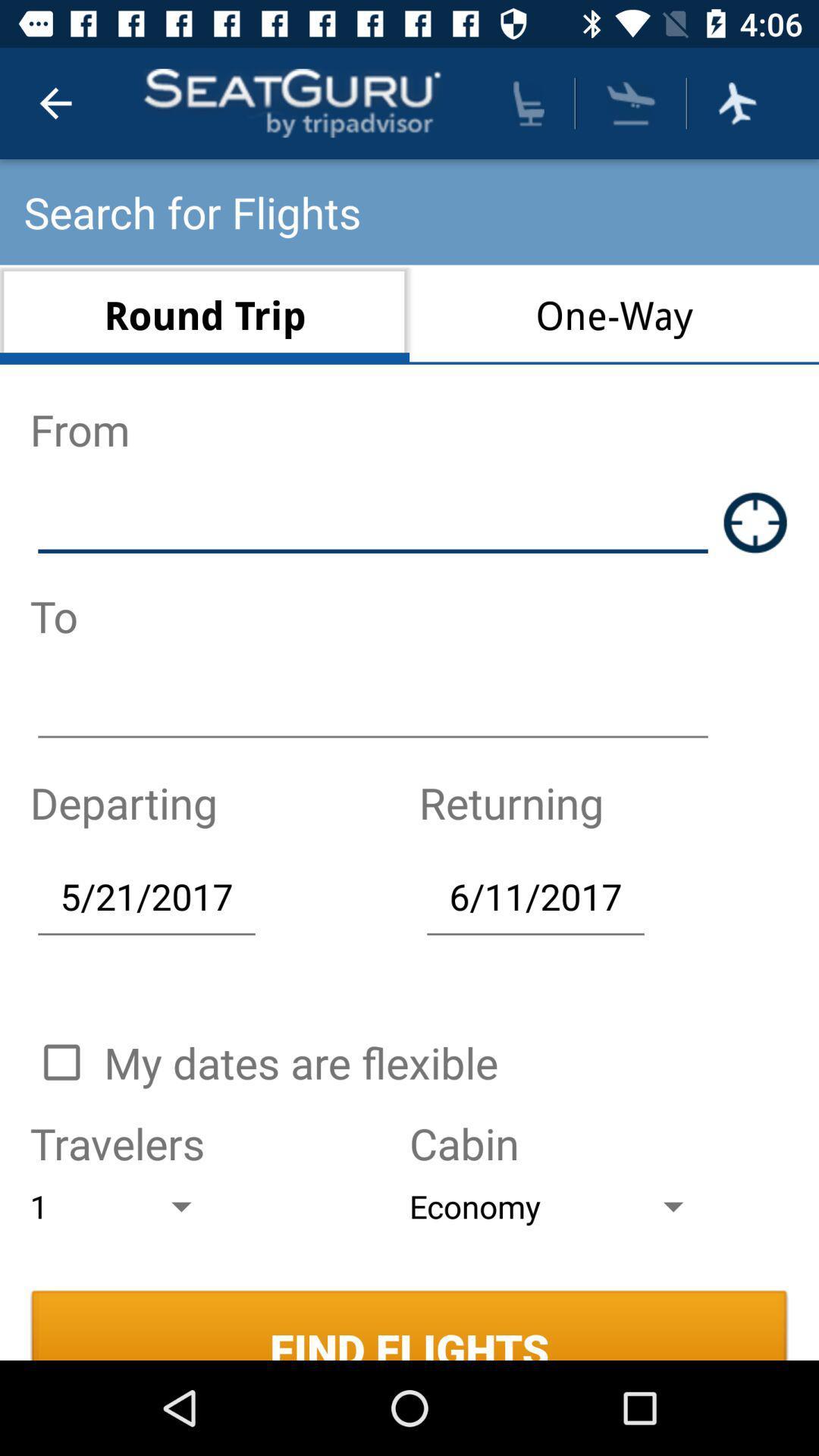 This screenshot has width=819, height=1456. What do you see at coordinates (373, 708) in the screenshot?
I see `something to write bar` at bounding box center [373, 708].